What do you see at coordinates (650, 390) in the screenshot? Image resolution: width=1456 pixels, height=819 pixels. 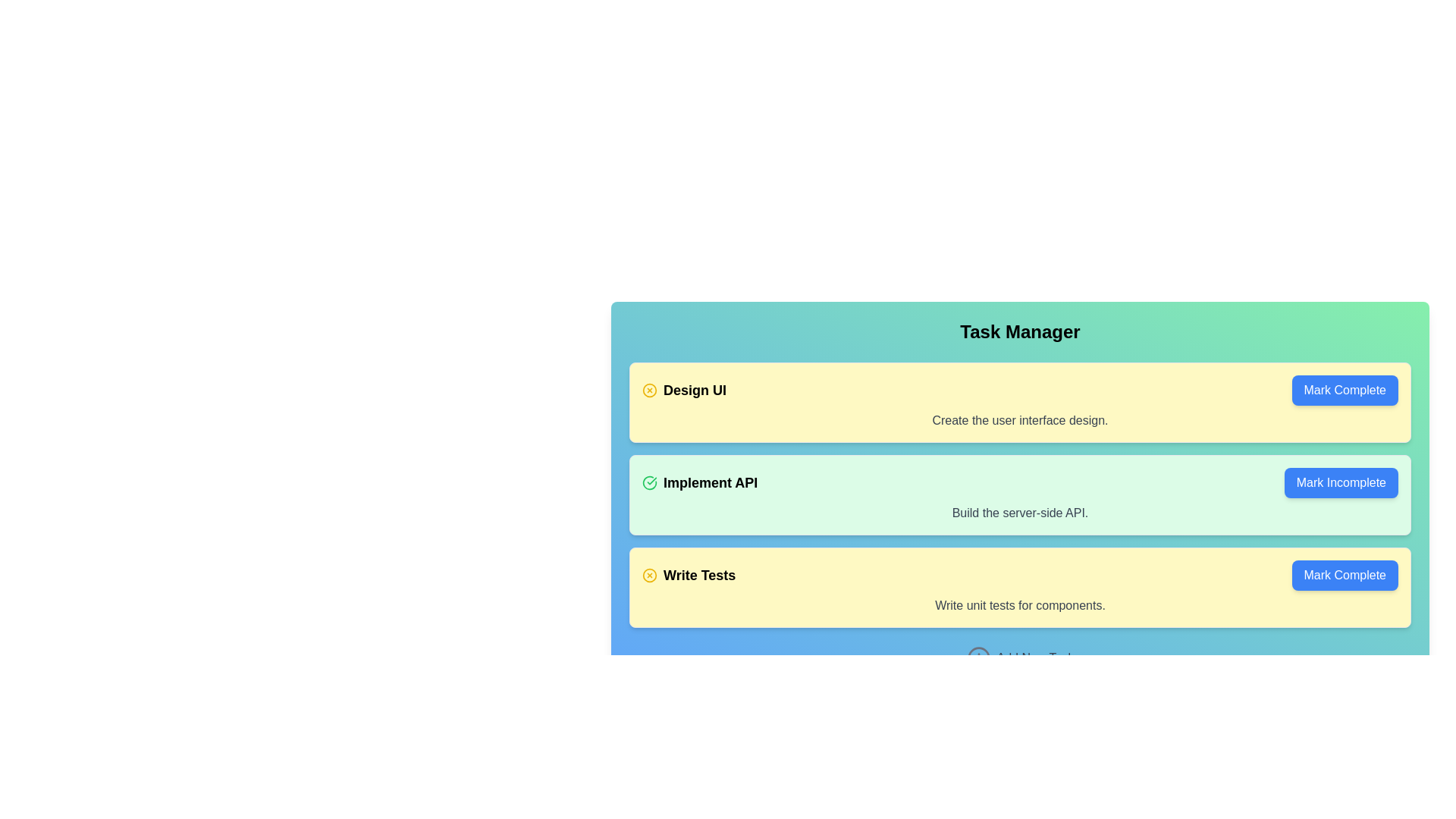 I see `the leading icon that signifies the incomplete or failed state of the 'Design UI' task, located in the top-left corner of the task list` at bounding box center [650, 390].